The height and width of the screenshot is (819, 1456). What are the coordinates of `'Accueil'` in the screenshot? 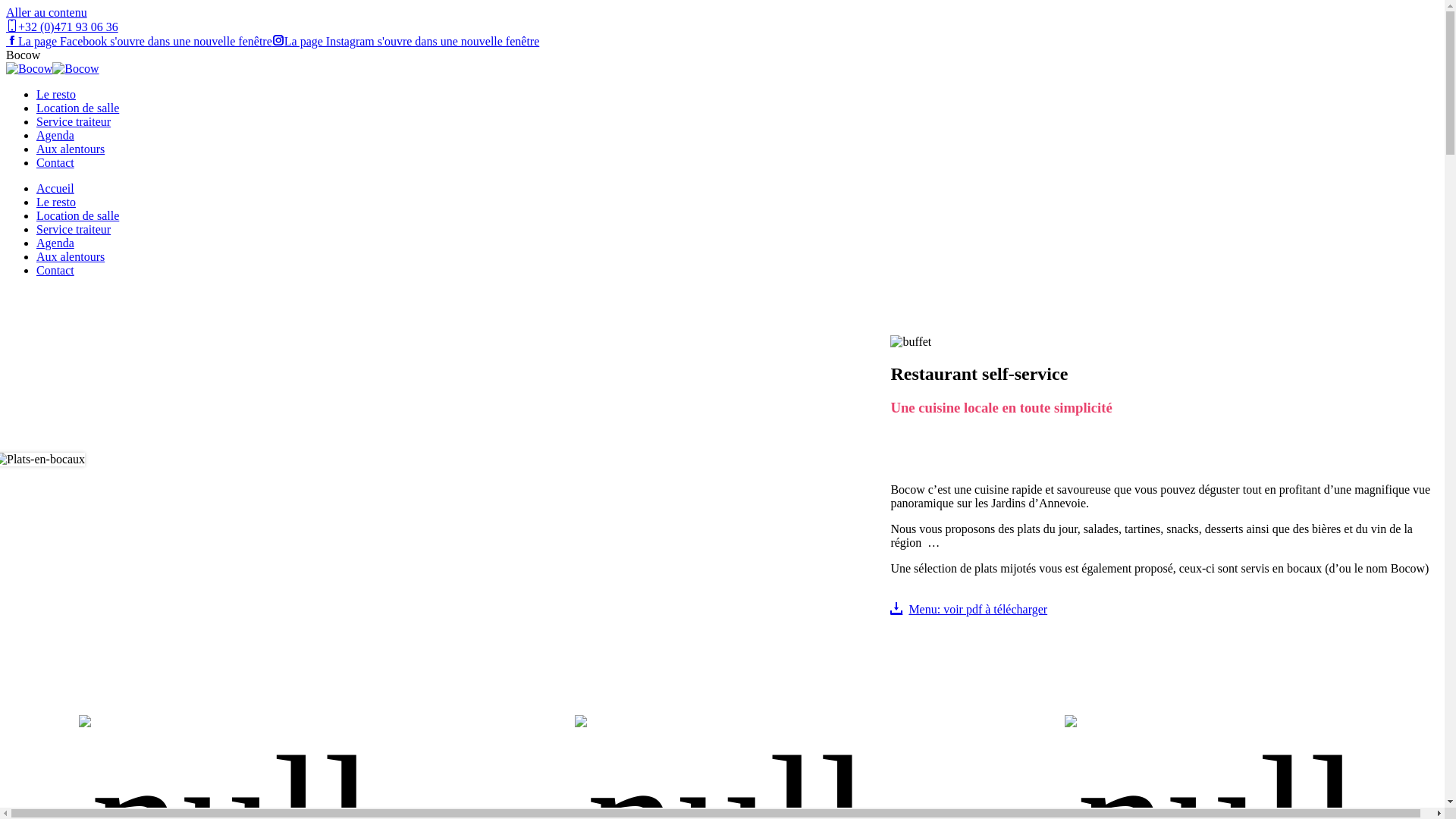 It's located at (55, 187).